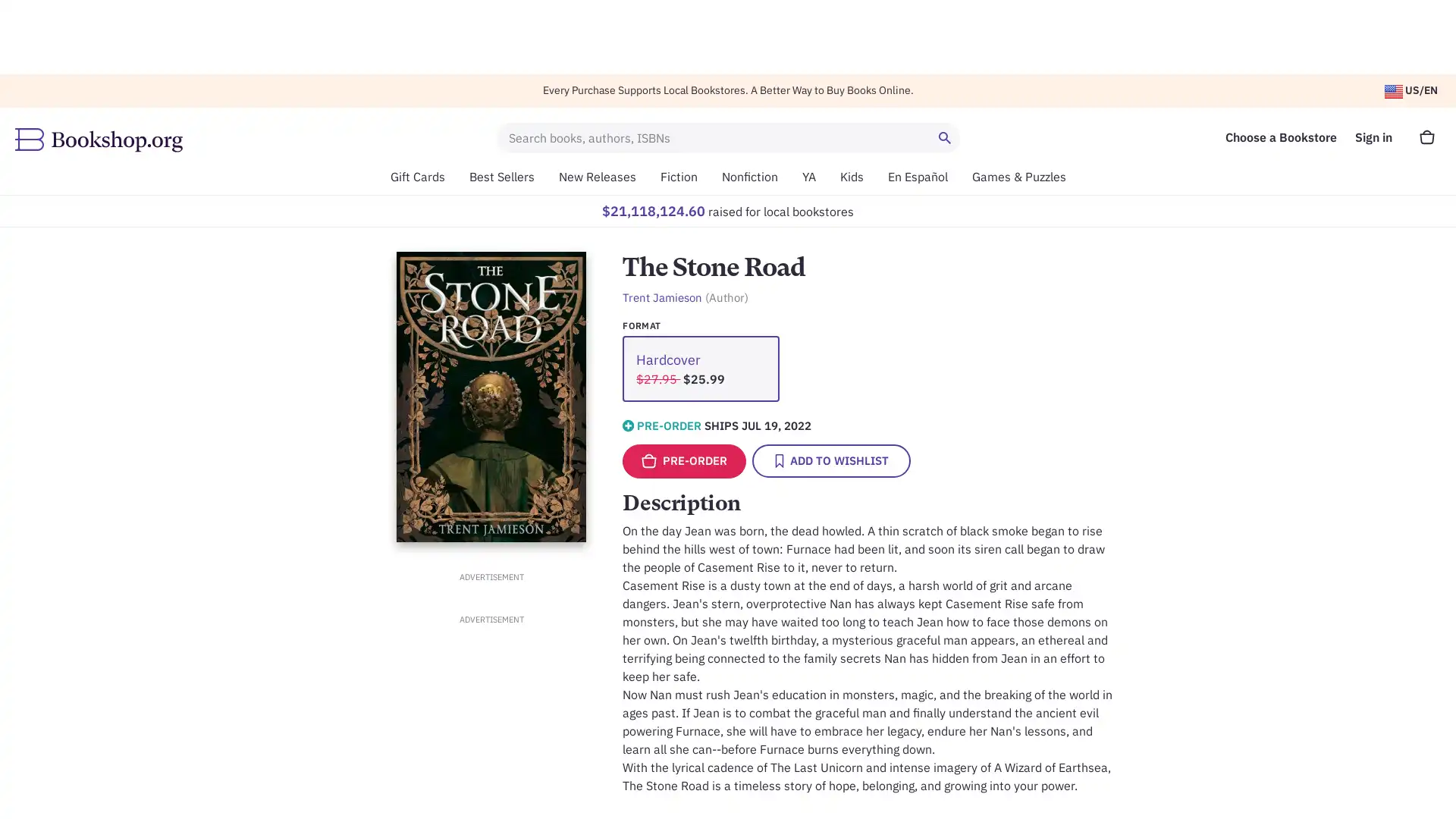 Image resolution: width=1456 pixels, height=819 pixels. What do you see at coordinates (683, 460) in the screenshot?
I see `PRE-ORDER` at bounding box center [683, 460].